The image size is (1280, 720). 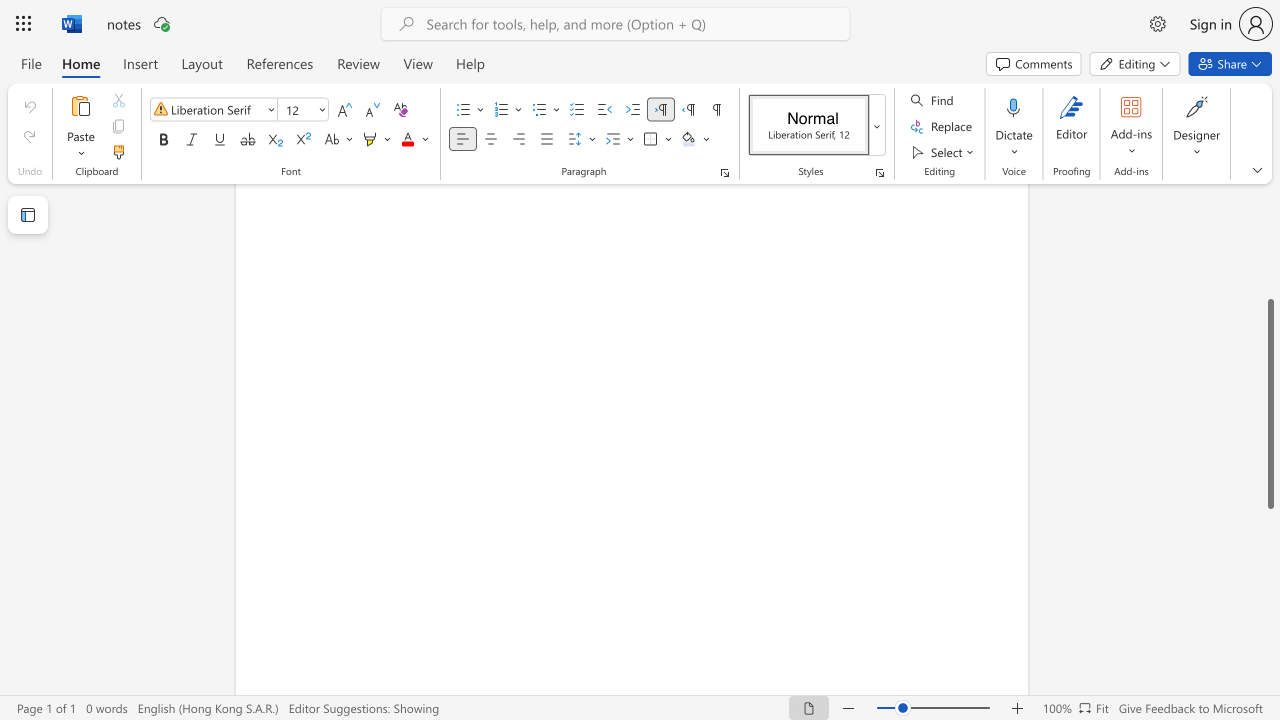 What do you see at coordinates (1269, 228) in the screenshot?
I see `the right-hand scrollbar to ascend the page` at bounding box center [1269, 228].